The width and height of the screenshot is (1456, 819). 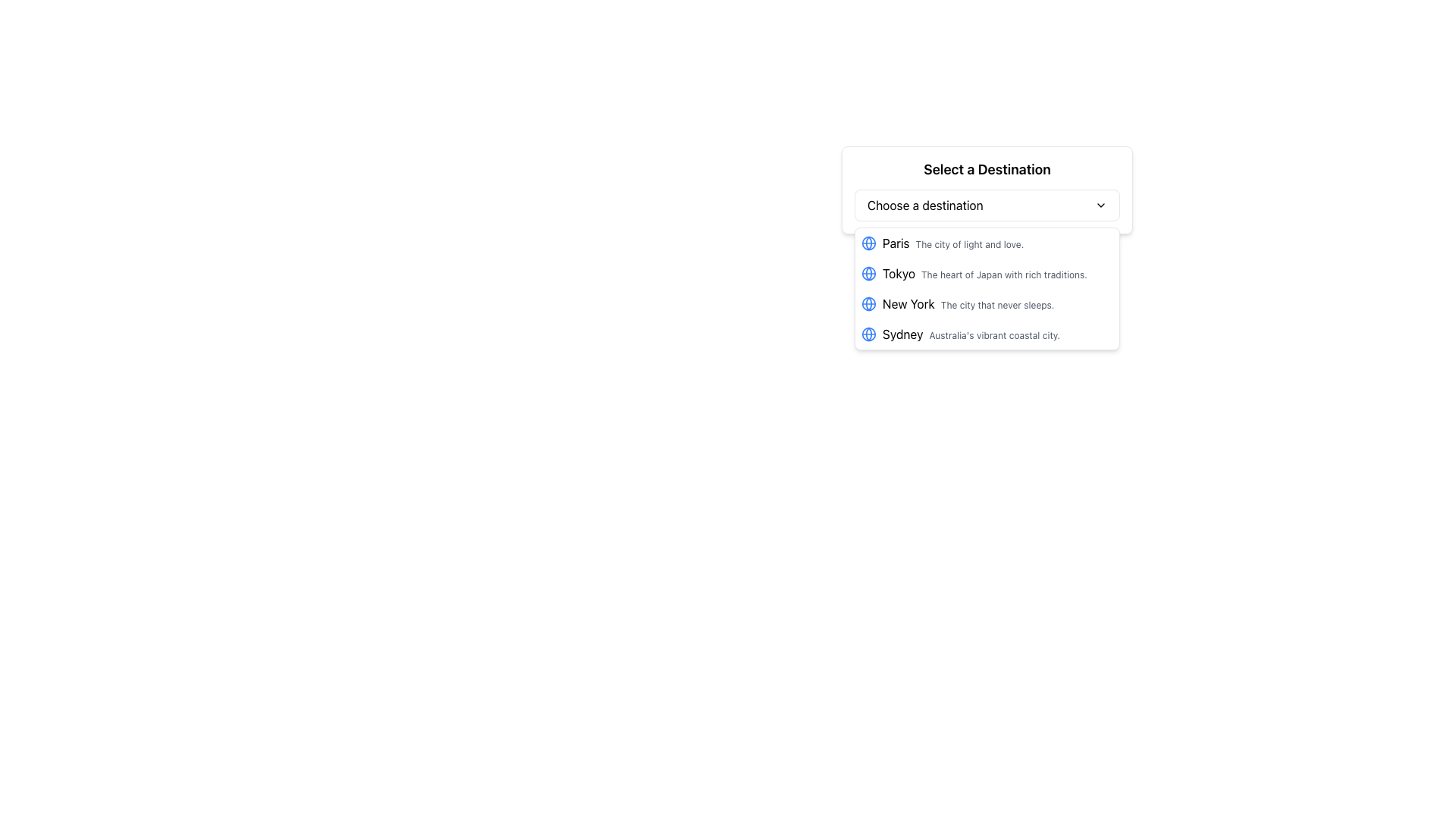 I want to click on the 'New York' option in the dropdown menu labeled 'Select a Destination', so click(x=987, y=304).